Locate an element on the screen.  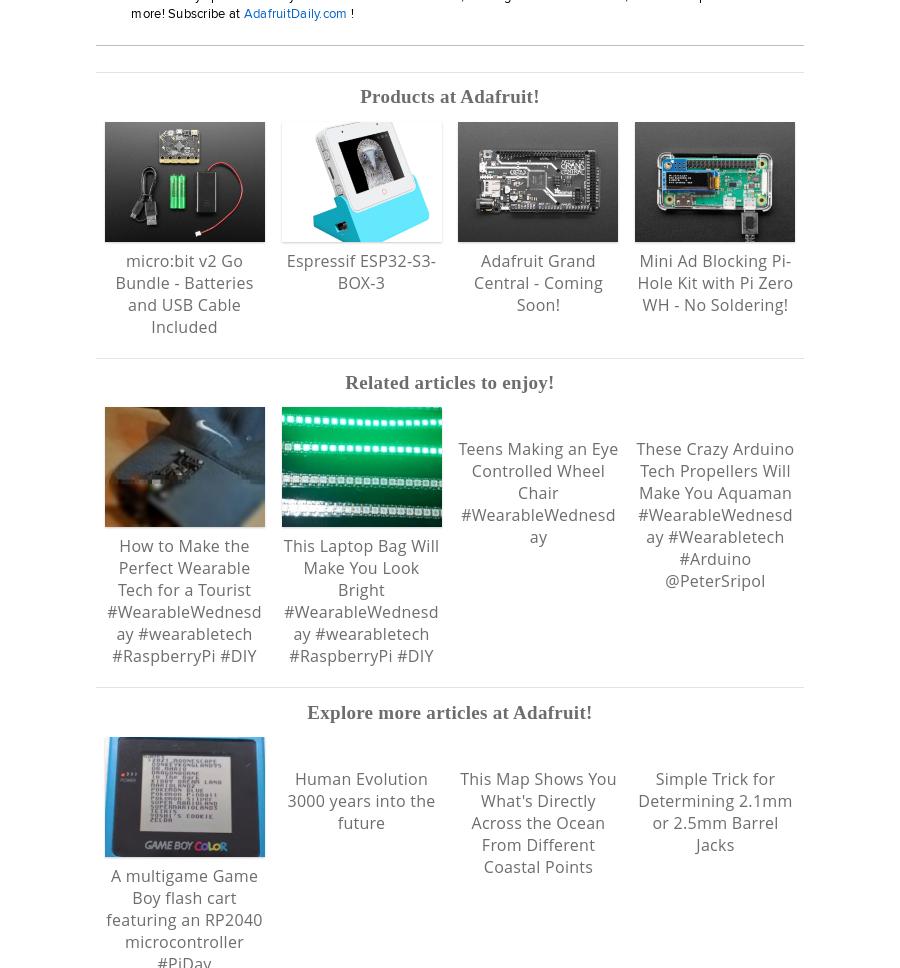
'Espressif ESP32-S3-BOX-3' is located at coordinates (360, 271).